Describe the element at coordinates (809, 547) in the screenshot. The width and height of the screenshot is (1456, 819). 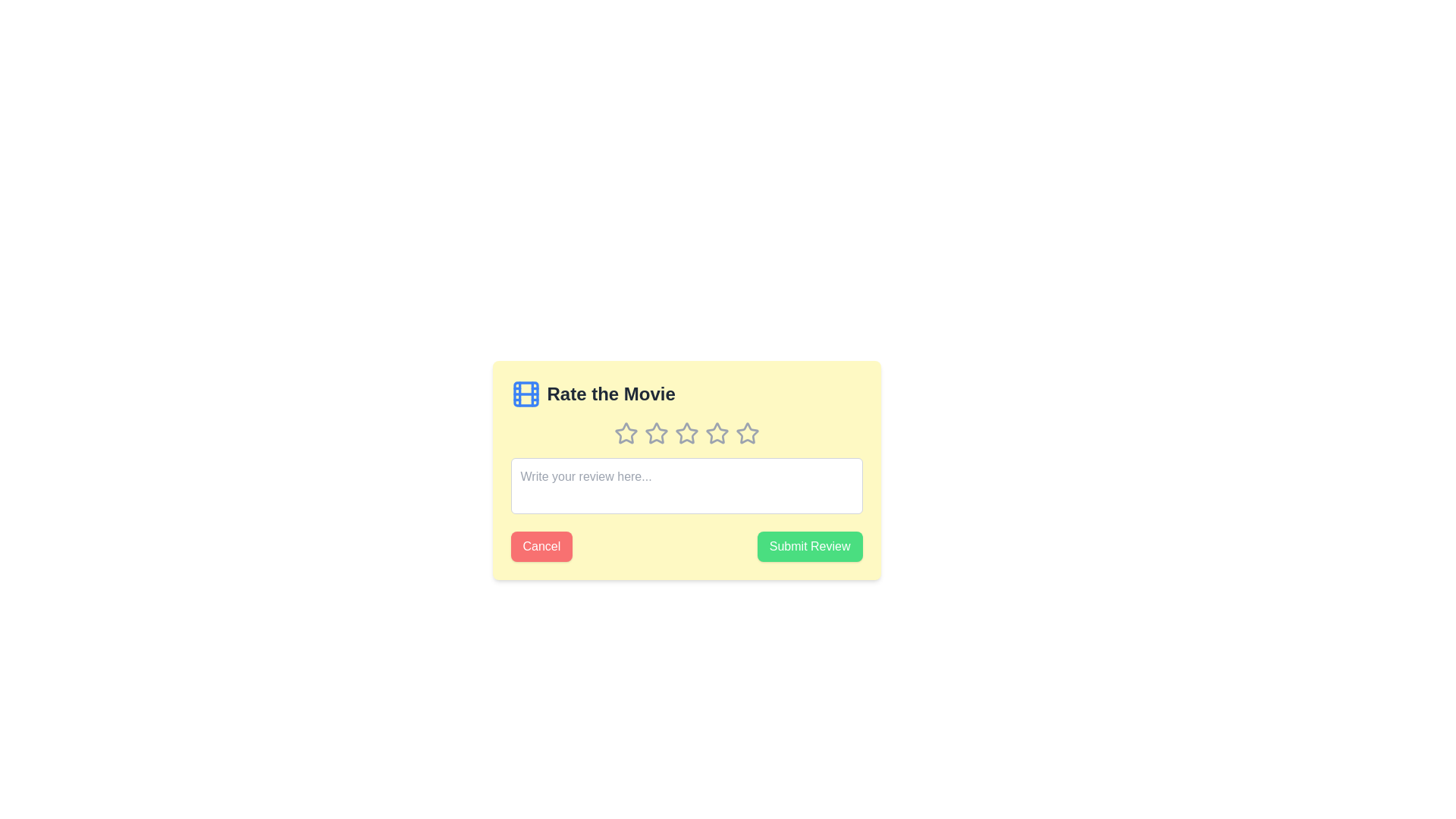
I see `the 'Submit' button located at the bottom right of the 'Rate the Movie' dialog box` at that location.